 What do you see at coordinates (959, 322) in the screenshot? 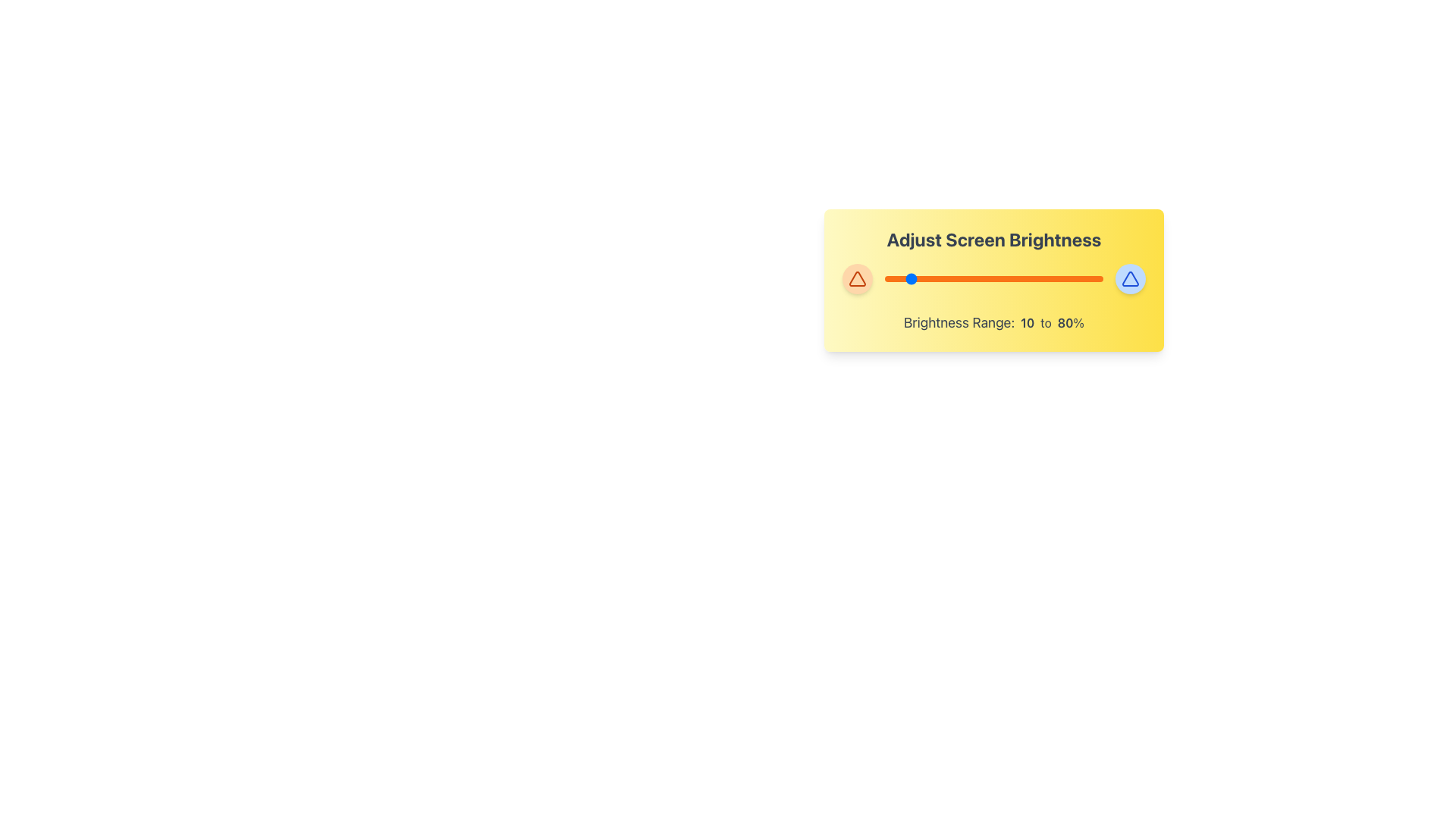
I see `the static text element that describes the brightness levels, positioned at the bottom left of the brightness adjustment interface, which includes indicators for a numerical range` at bounding box center [959, 322].